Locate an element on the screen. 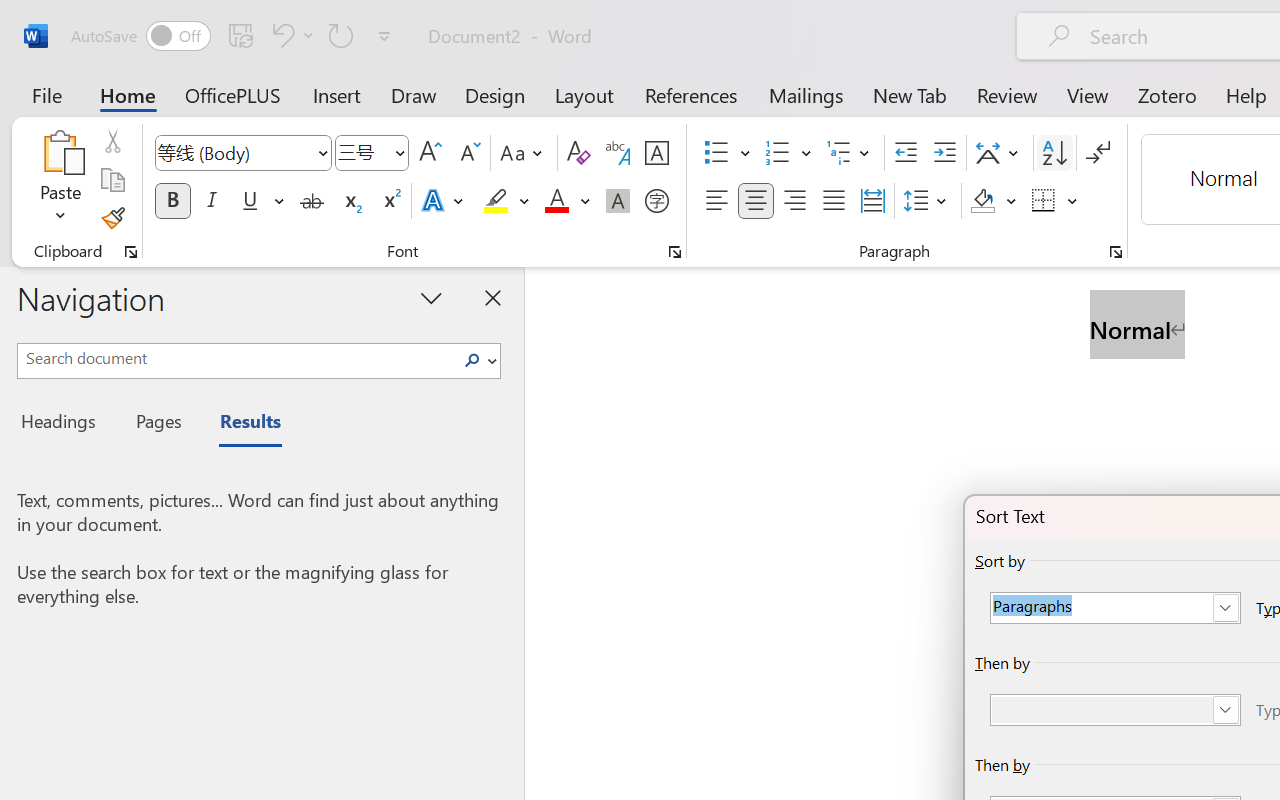  'Text Effects and Typography' is located at coordinates (443, 201).